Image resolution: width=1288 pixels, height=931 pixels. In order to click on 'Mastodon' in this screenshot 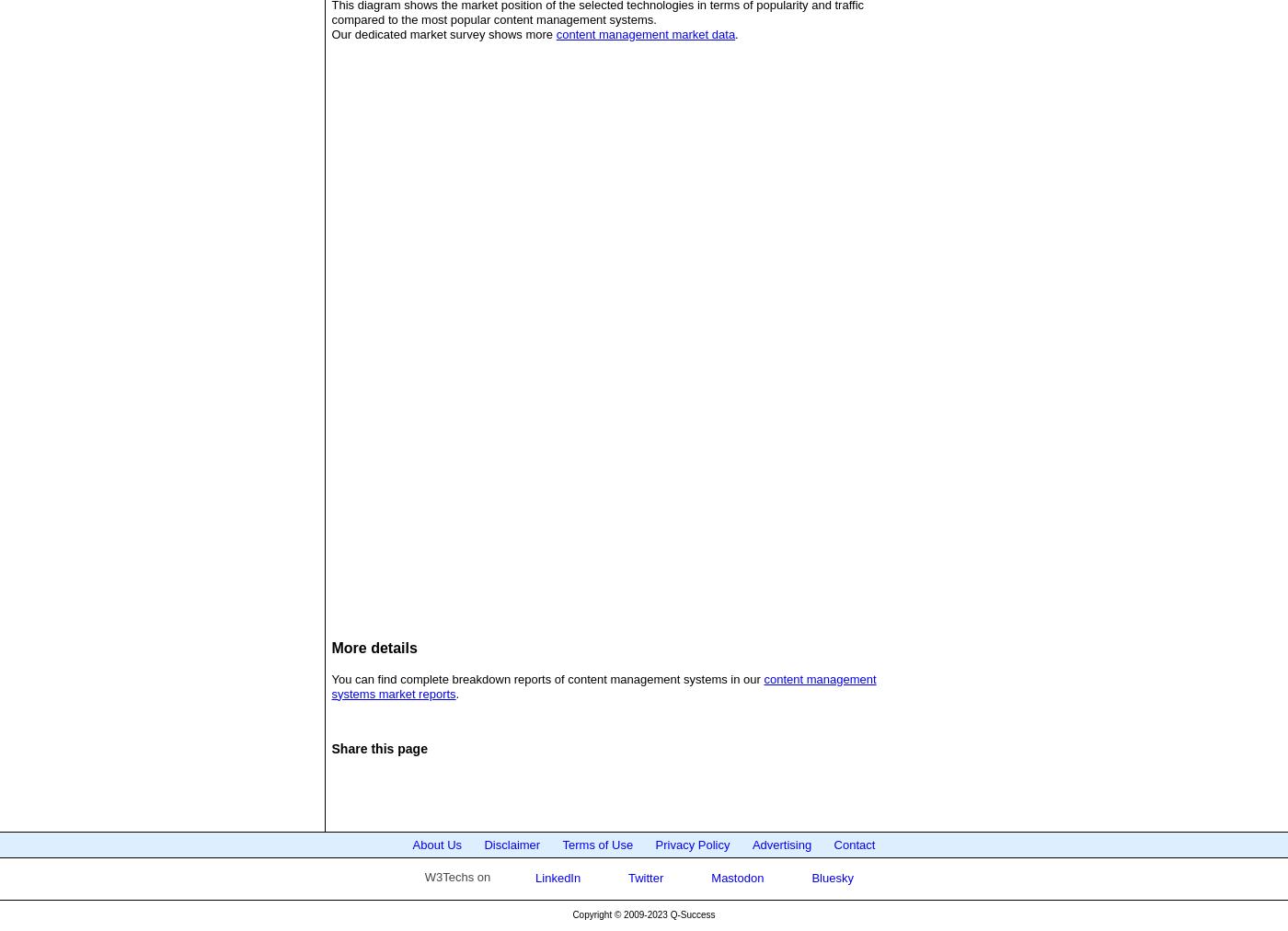, I will do `click(707, 877)`.